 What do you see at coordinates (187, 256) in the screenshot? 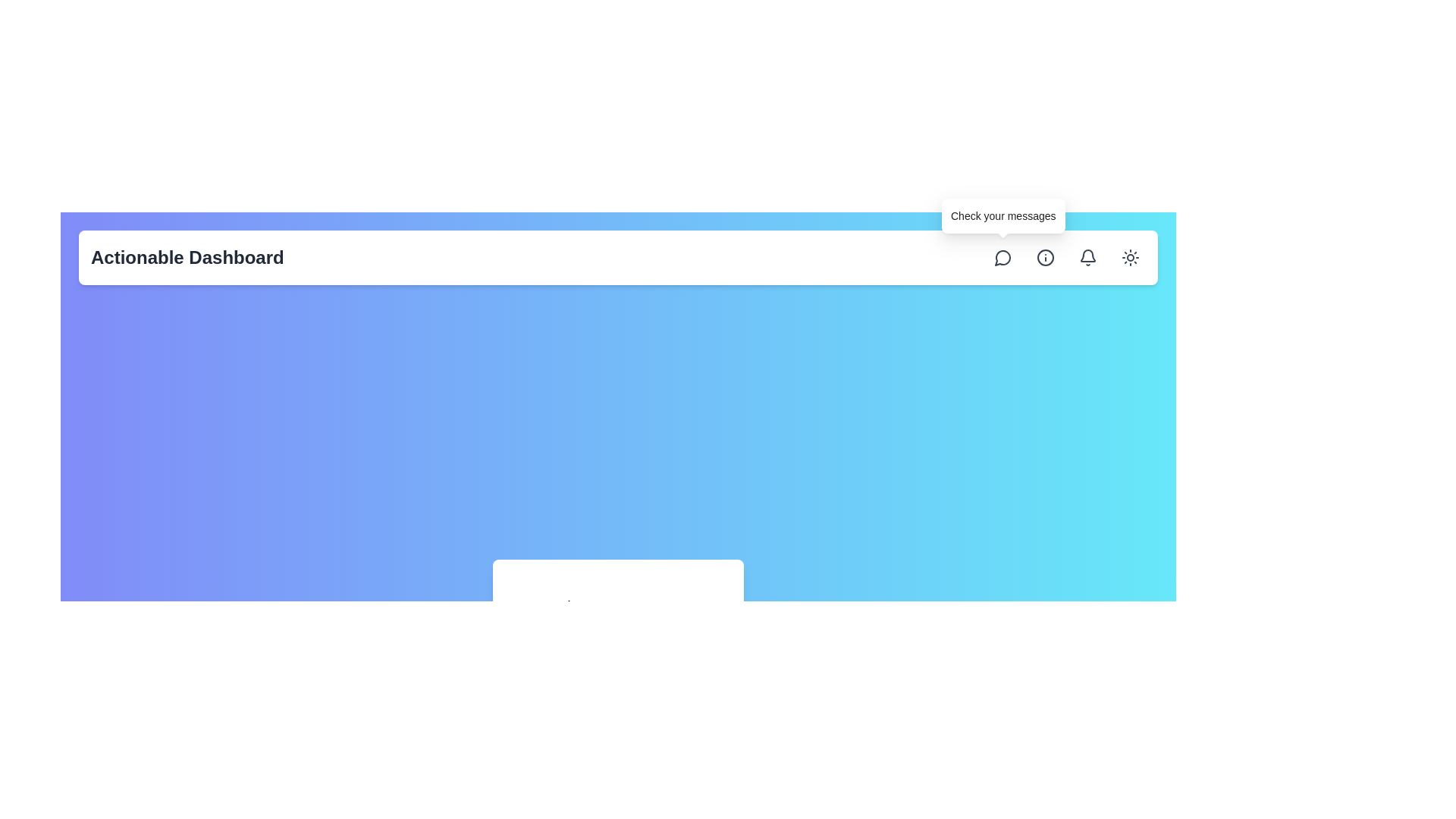
I see `the 'Actionable Dashboard' text label located at the top-left of the white header bar, which is prominently displayed in a large, bold font` at bounding box center [187, 256].